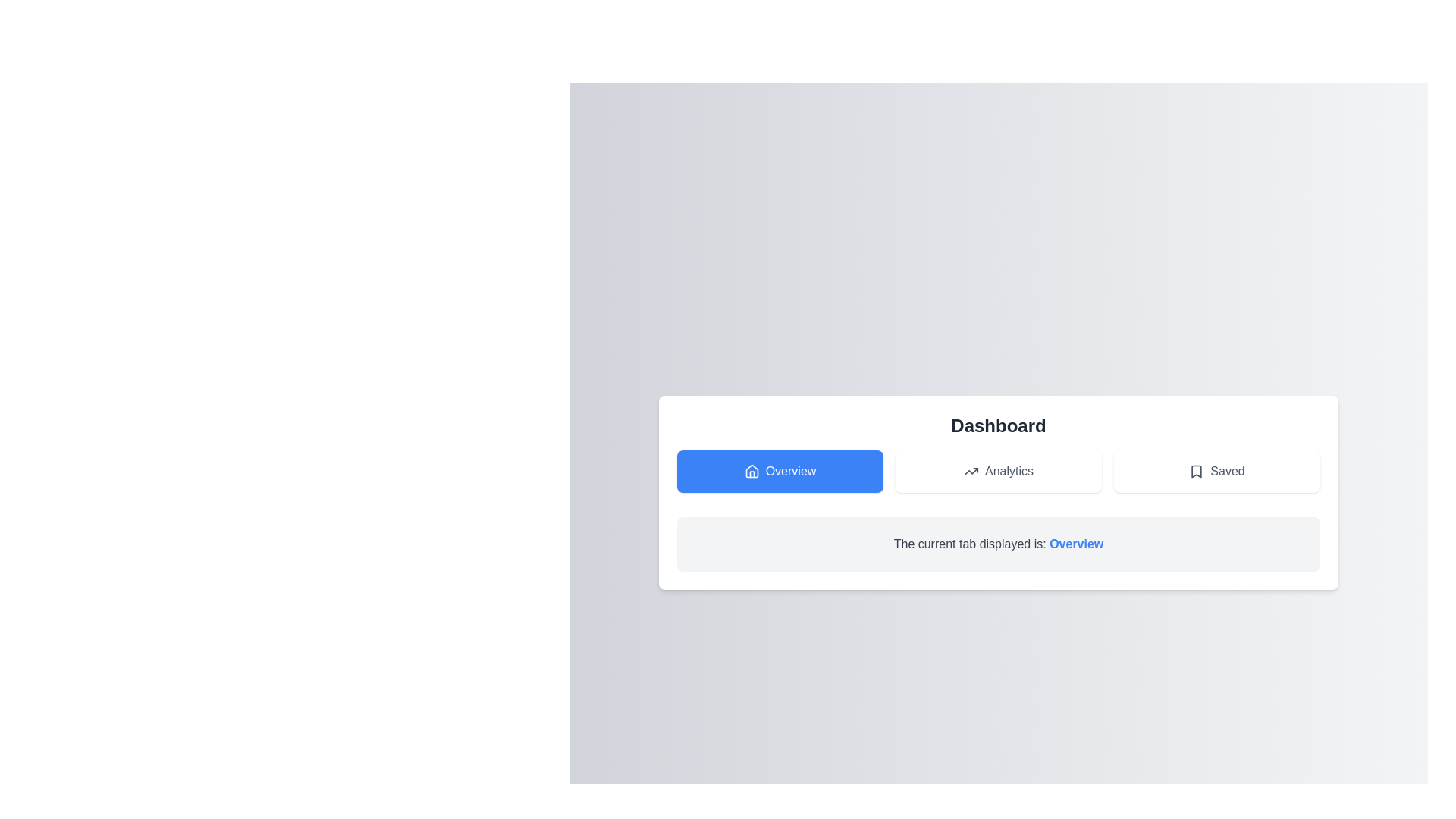 The width and height of the screenshot is (1456, 819). I want to click on the upward trend graphical icon representing analytics or growth metrics, located in the horizontal navigation bar under the 'Analytics' tab, if it is interactive, so click(971, 470).